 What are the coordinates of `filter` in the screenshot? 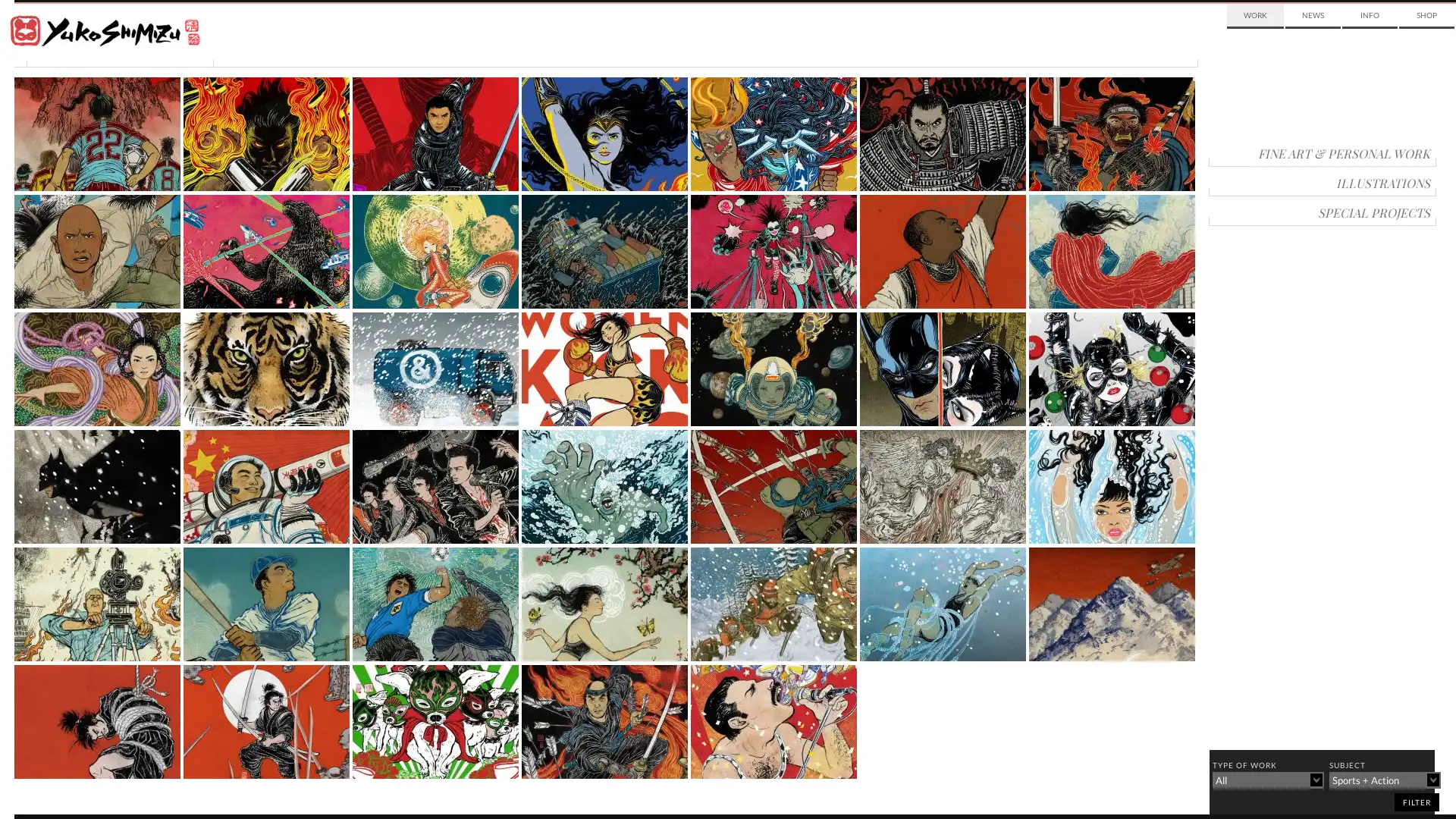 It's located at (1416, 800).